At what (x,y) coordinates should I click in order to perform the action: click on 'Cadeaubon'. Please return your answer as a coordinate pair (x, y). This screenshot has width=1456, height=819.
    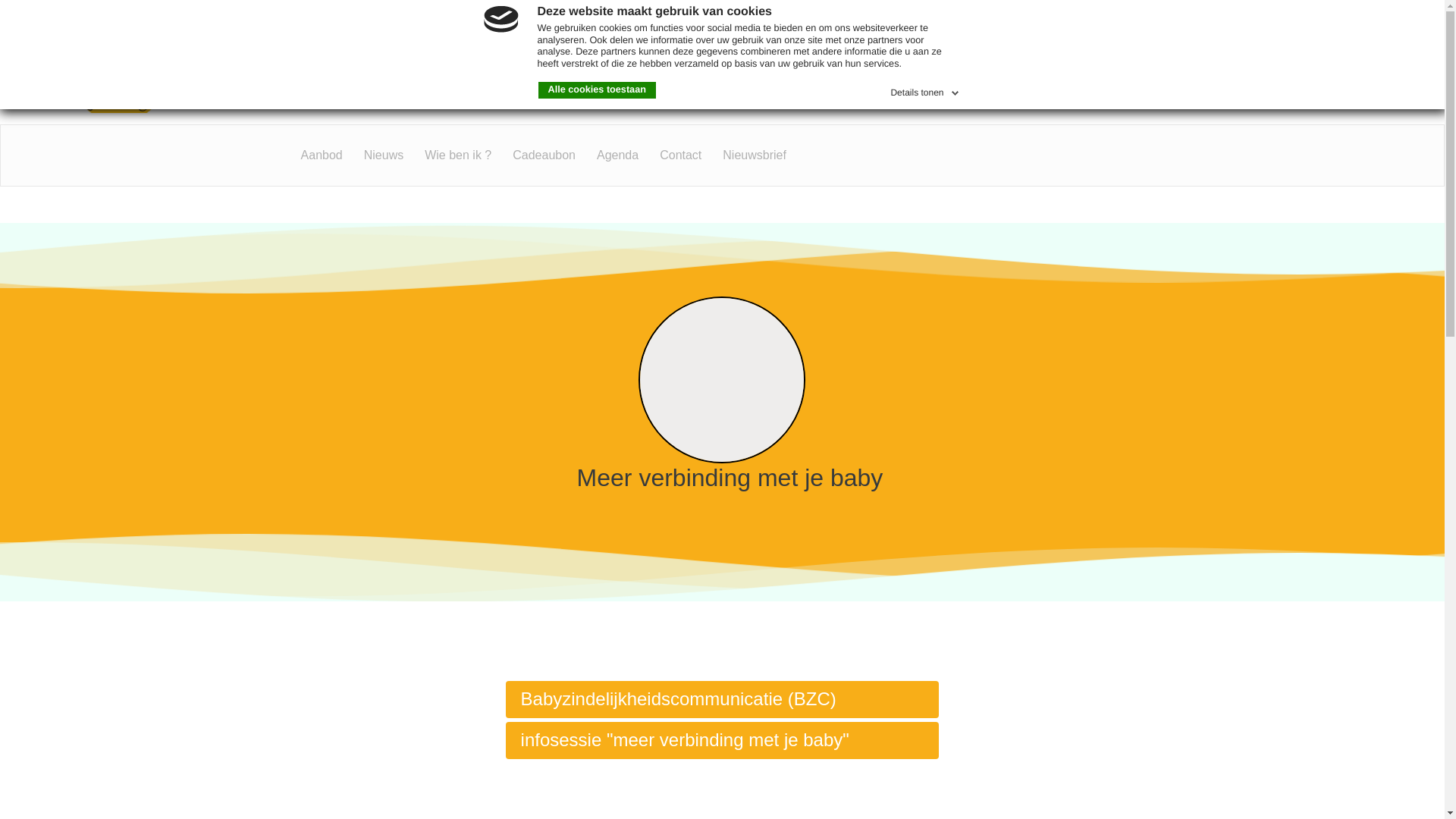
    Looking at the image, I should click on (544, 155).